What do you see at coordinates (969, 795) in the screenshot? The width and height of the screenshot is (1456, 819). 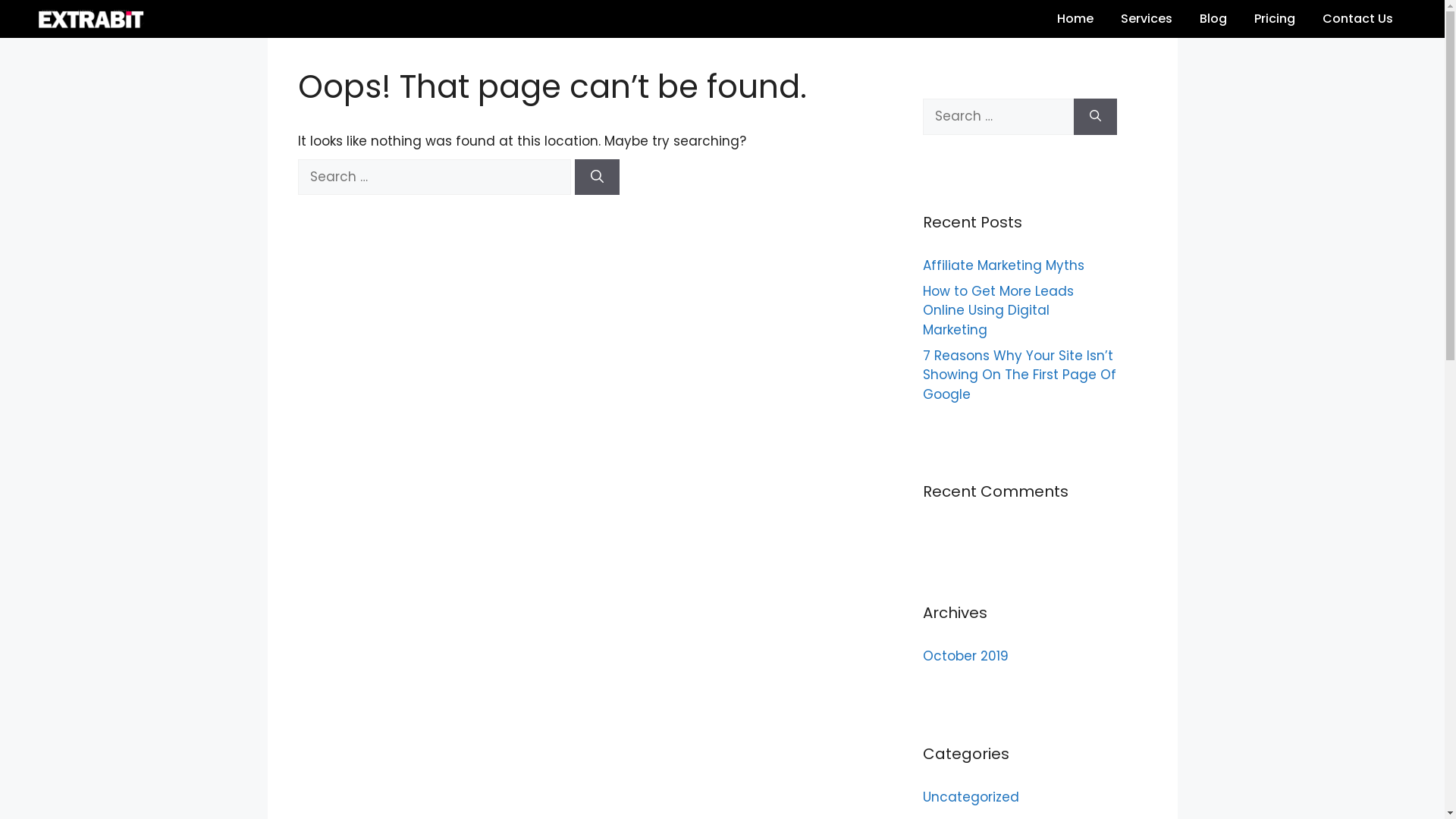 I see `'Uncategorized'` at bounding box center [969, 795].